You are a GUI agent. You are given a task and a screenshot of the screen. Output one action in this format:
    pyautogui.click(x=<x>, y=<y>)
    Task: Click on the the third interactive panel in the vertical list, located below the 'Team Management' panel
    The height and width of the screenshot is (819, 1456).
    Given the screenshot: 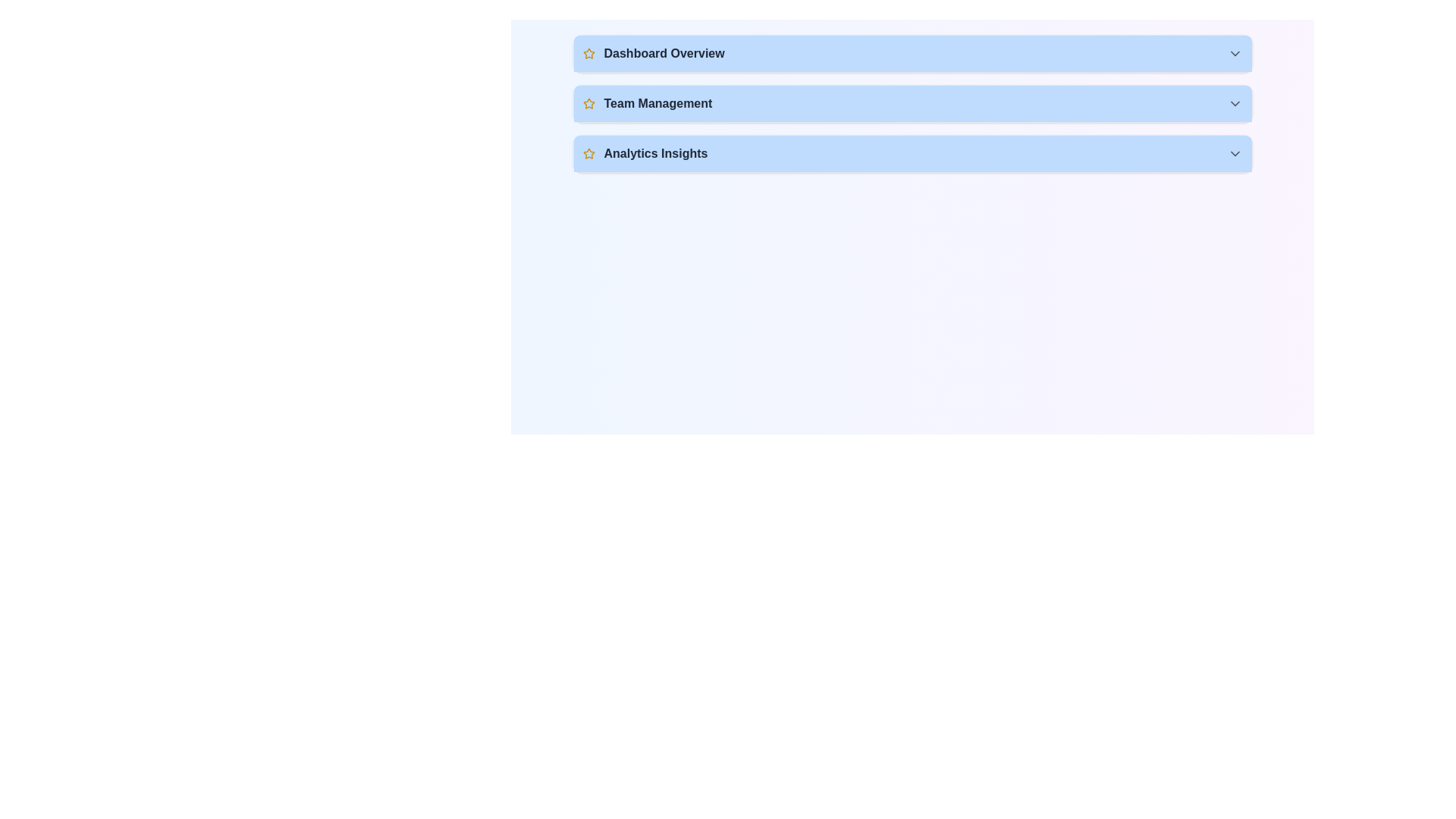 What is the action you would take?
    pyautogui.click(x=912, y=154)
    